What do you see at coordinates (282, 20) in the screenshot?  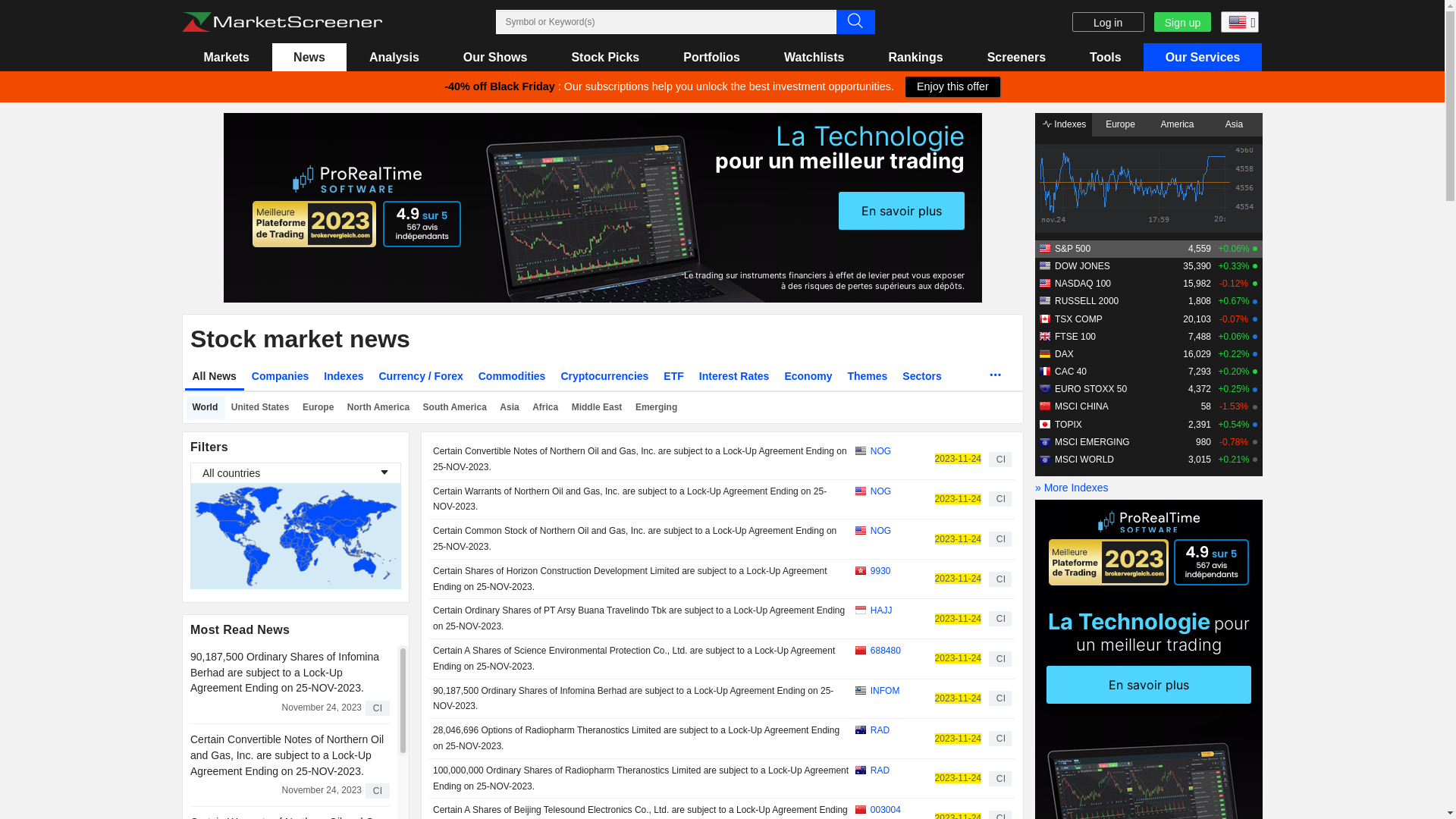 I see `'Marketscreener : stock market and financial news'` at bounding box center [282, 20].